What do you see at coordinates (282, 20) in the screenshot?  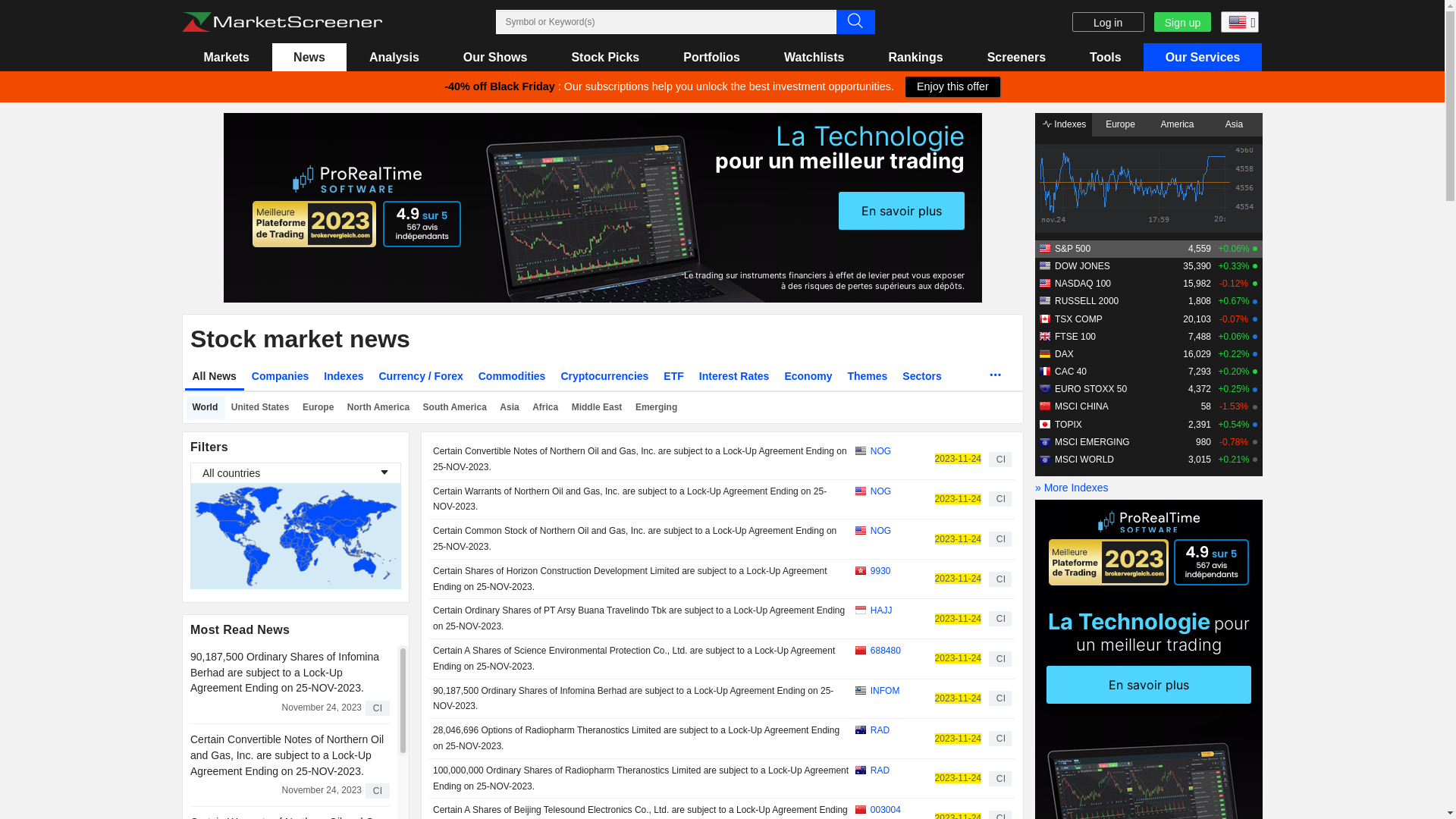 I see `'Marketscreener : stock market and financial news'` at bounding box center [282, 20].